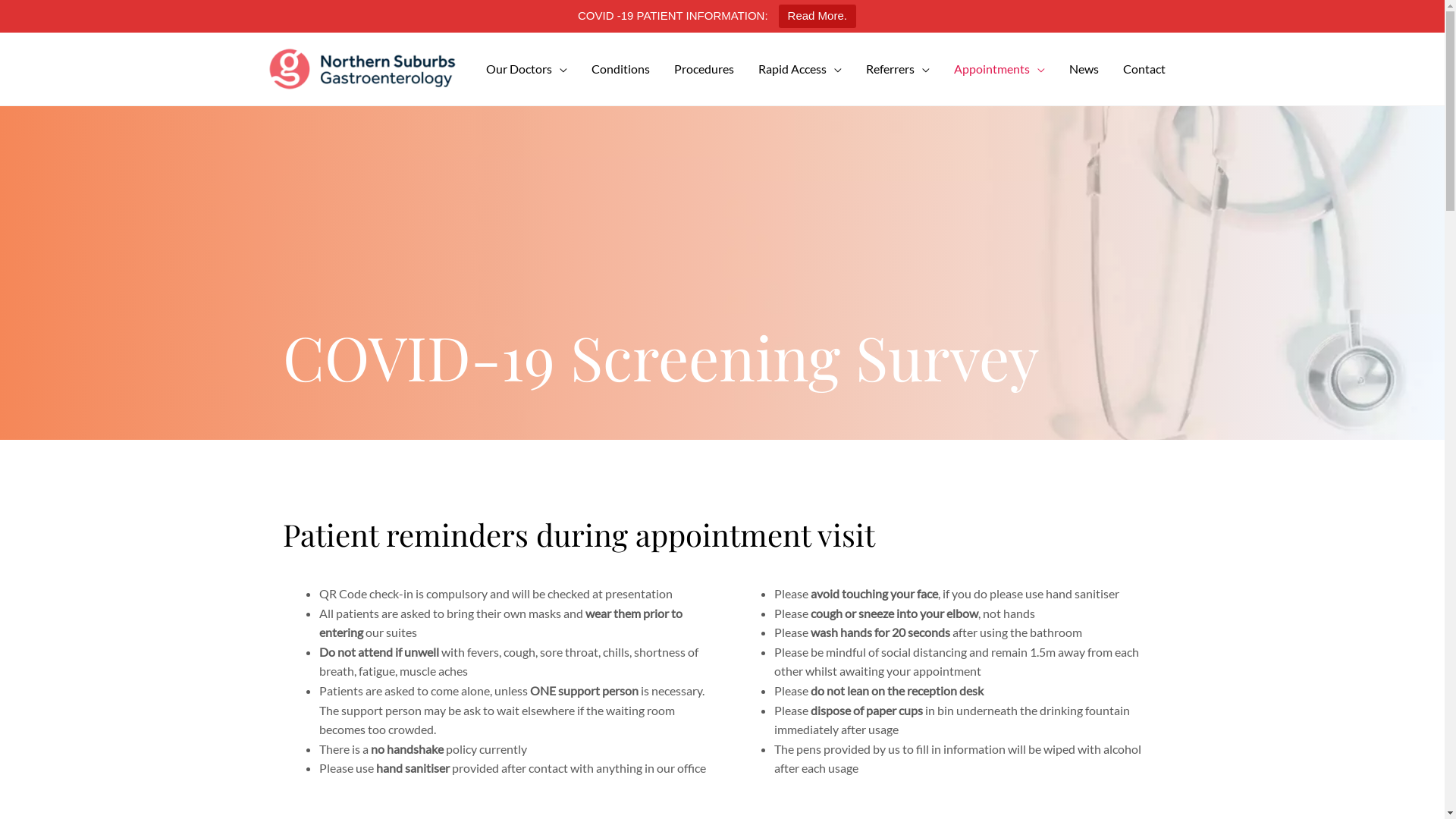  What do you see at coordinates (1143, 69) in the screenshot?
I see `'Contact'` at bounding box center [1143, 69].